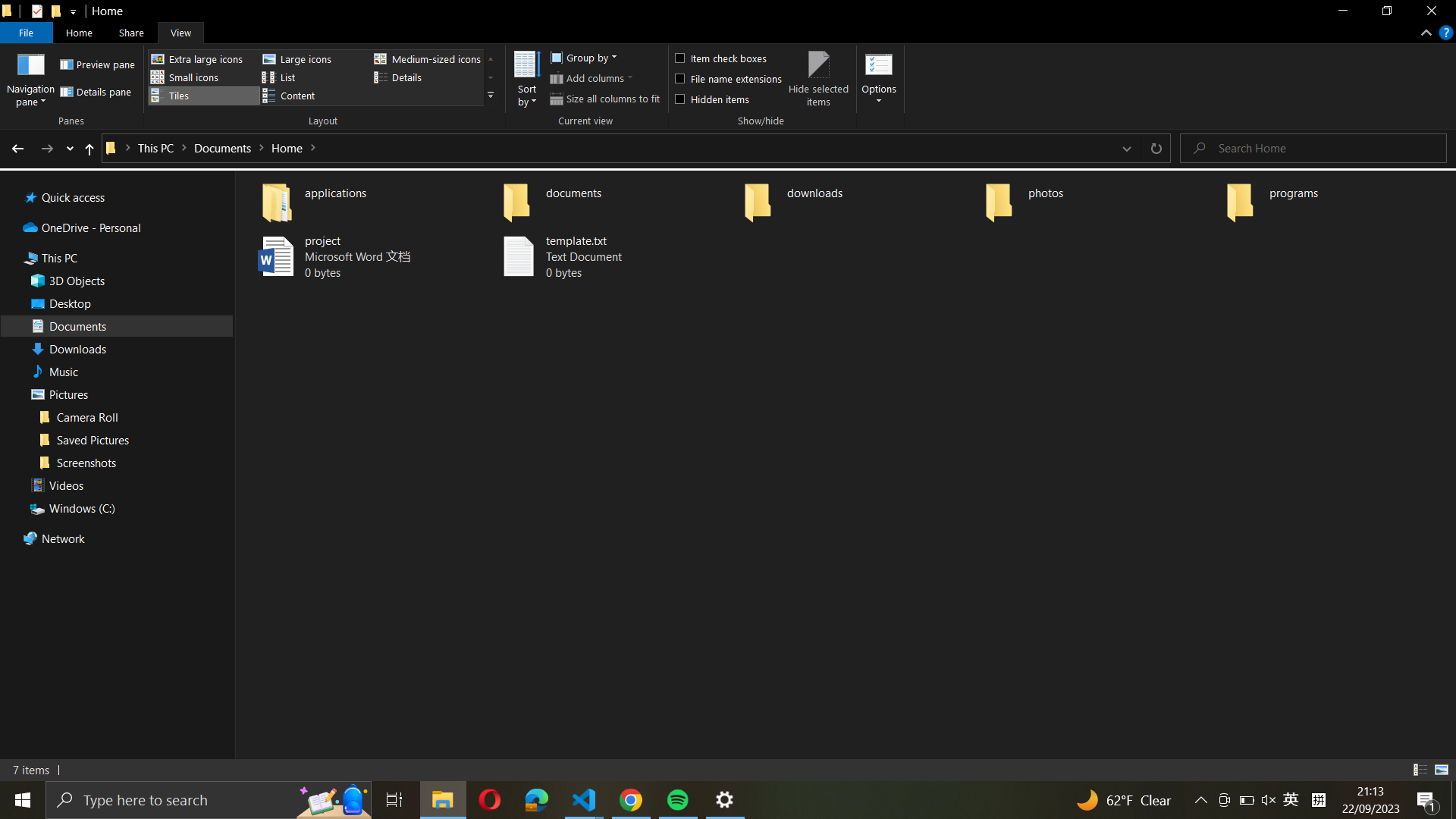  What do you see at coordinates (1099, 198) in the screenshot?
I see `Go to the "photos" section and select the early five photos` at bounding box center [1099, 198].